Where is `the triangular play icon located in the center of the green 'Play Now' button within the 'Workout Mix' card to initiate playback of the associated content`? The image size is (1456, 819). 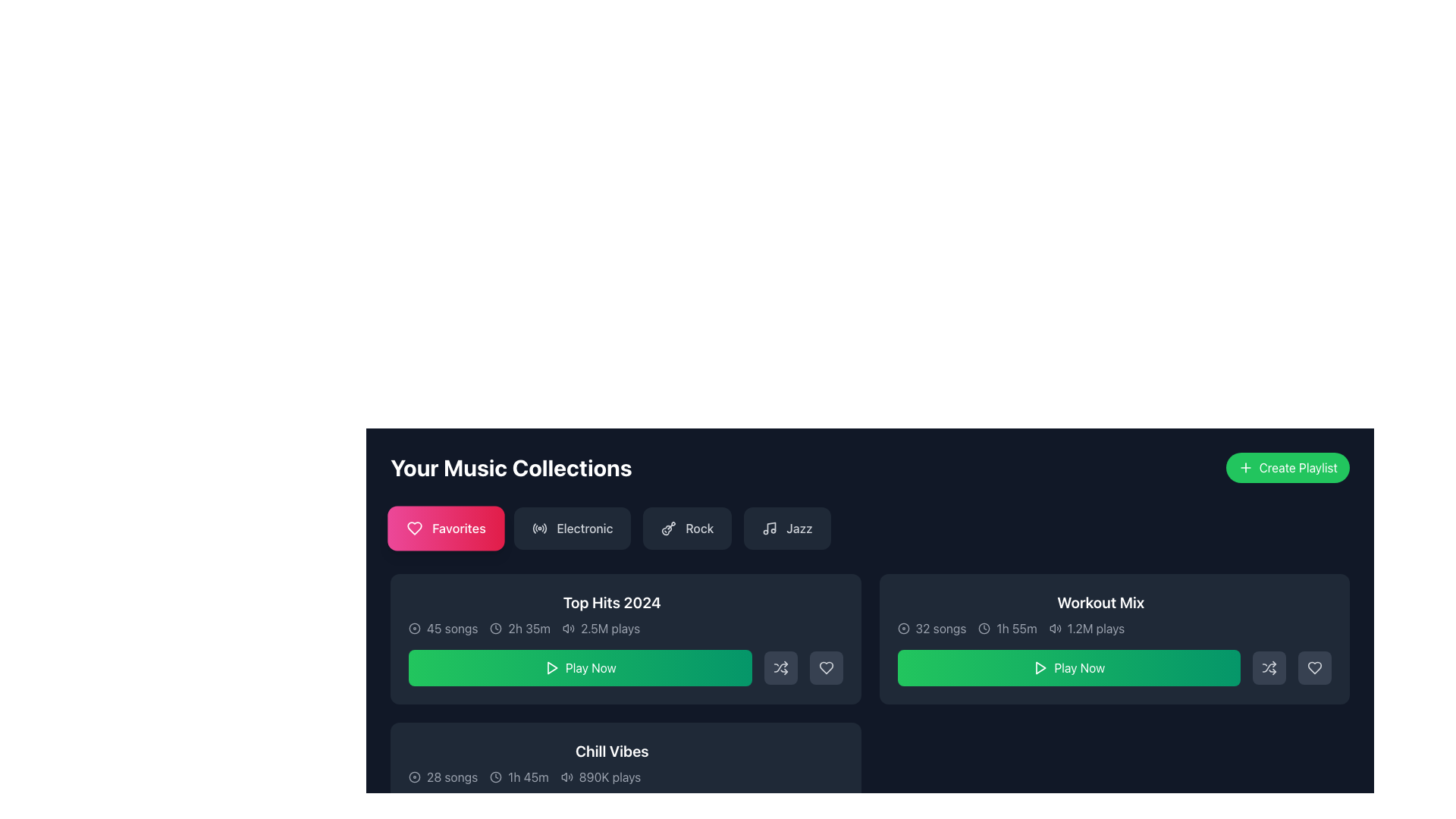 the triangular play icon located in the center of the green 'Play Now' button within the 'Workout Mix' card to initiate playback of the associated content is located at coordinates (1040, 667).